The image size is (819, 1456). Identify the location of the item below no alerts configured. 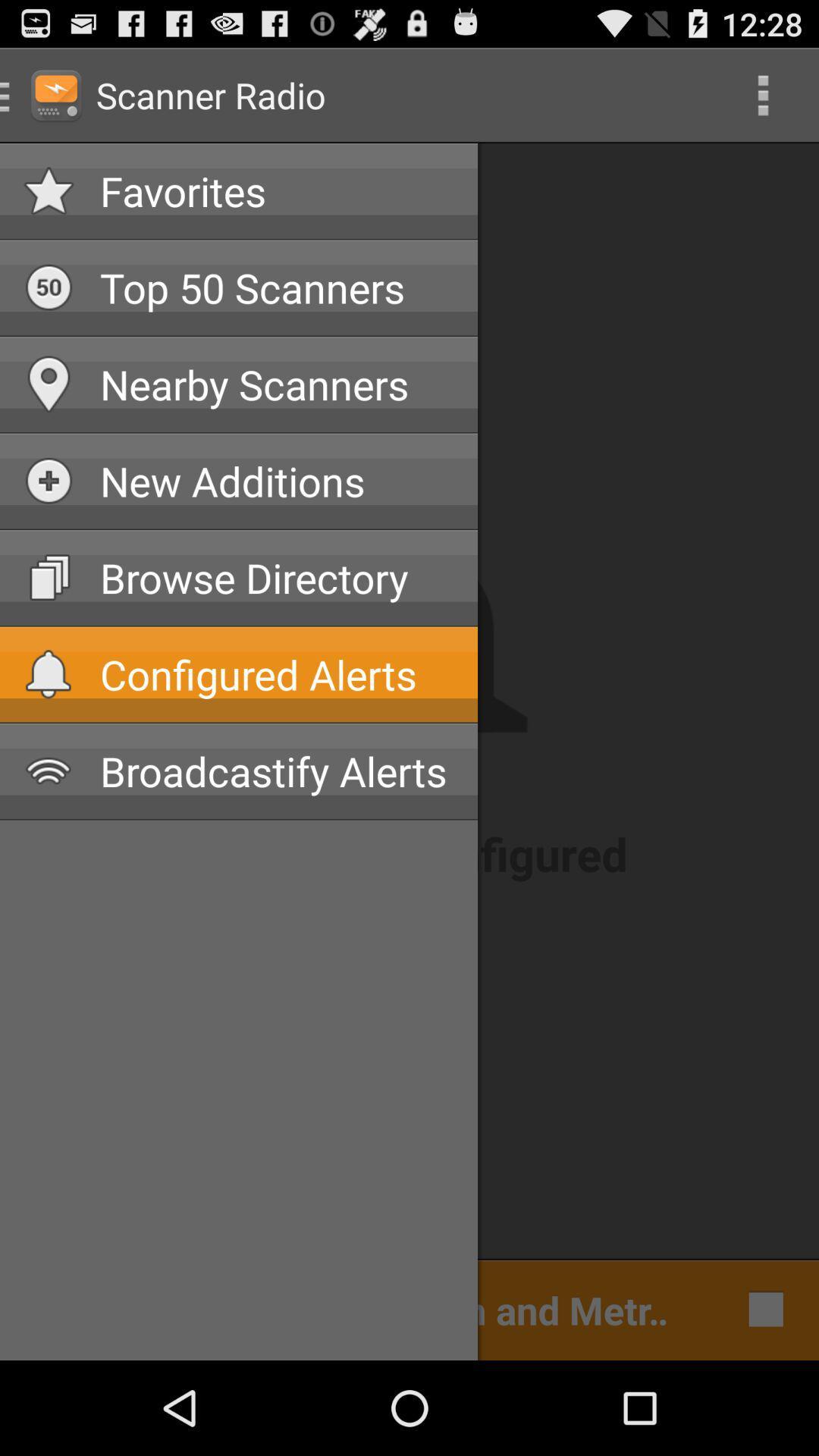
(762, 1308).